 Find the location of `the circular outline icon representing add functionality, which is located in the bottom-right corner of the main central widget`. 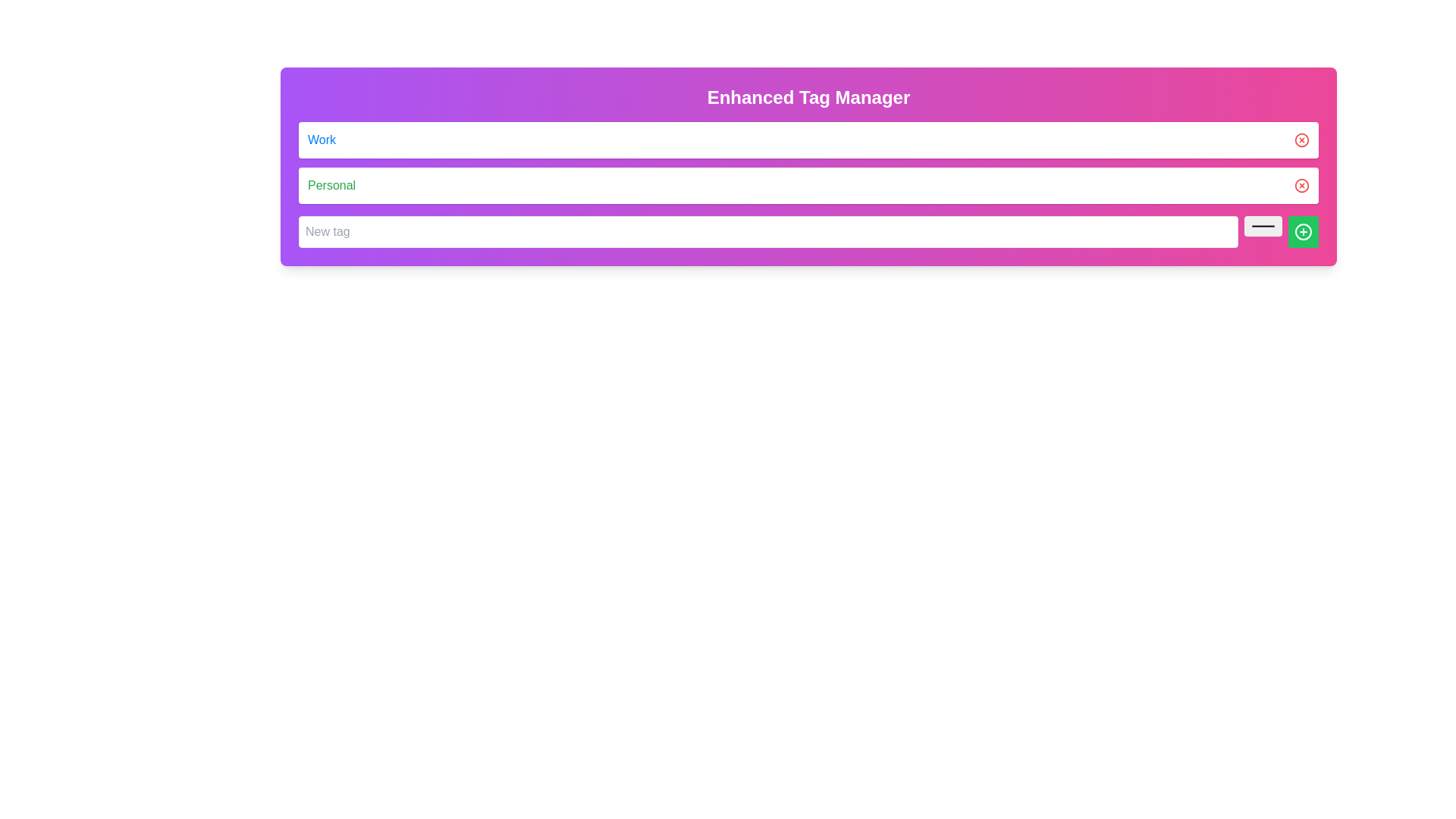

the circular outline icon representing add functionality, which is located in the bottom-right corner of the main central widget is located at coordinates (1302, 231).